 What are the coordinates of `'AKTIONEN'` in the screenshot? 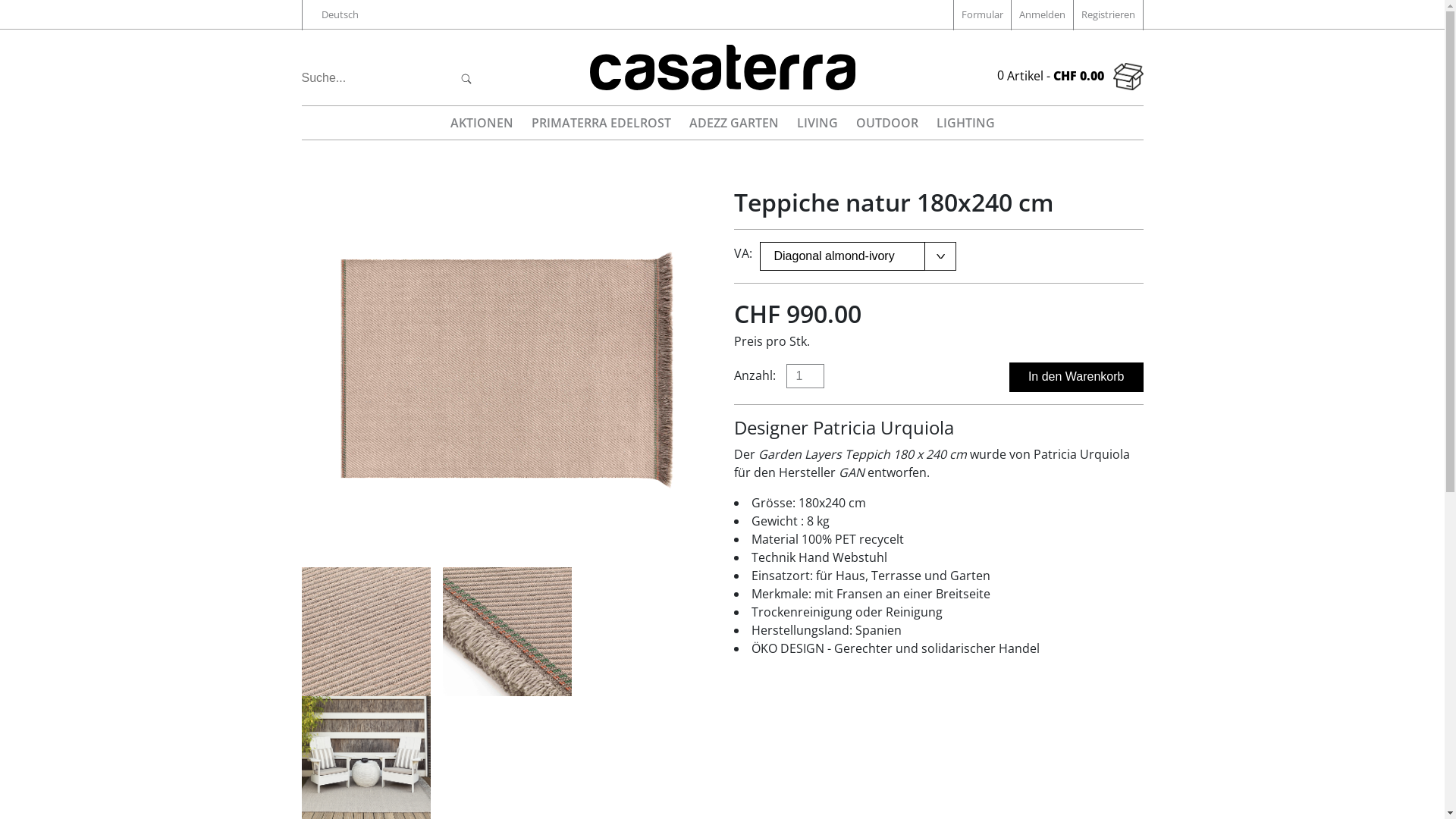 It's located at (442, 122).